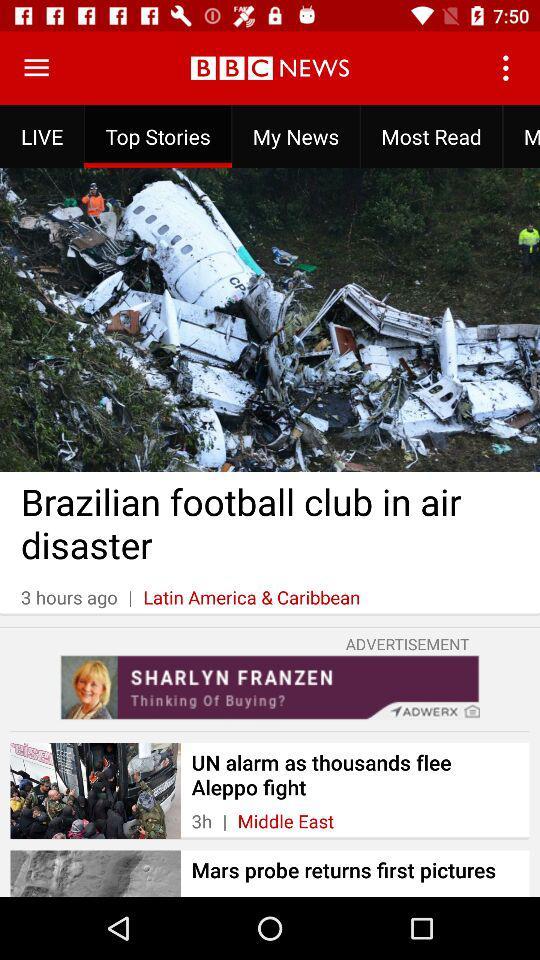 This screenshot has width=540, height=960. Describe the element at coordinates (36, 68) in the screenshot. I see `show menu` at that location.